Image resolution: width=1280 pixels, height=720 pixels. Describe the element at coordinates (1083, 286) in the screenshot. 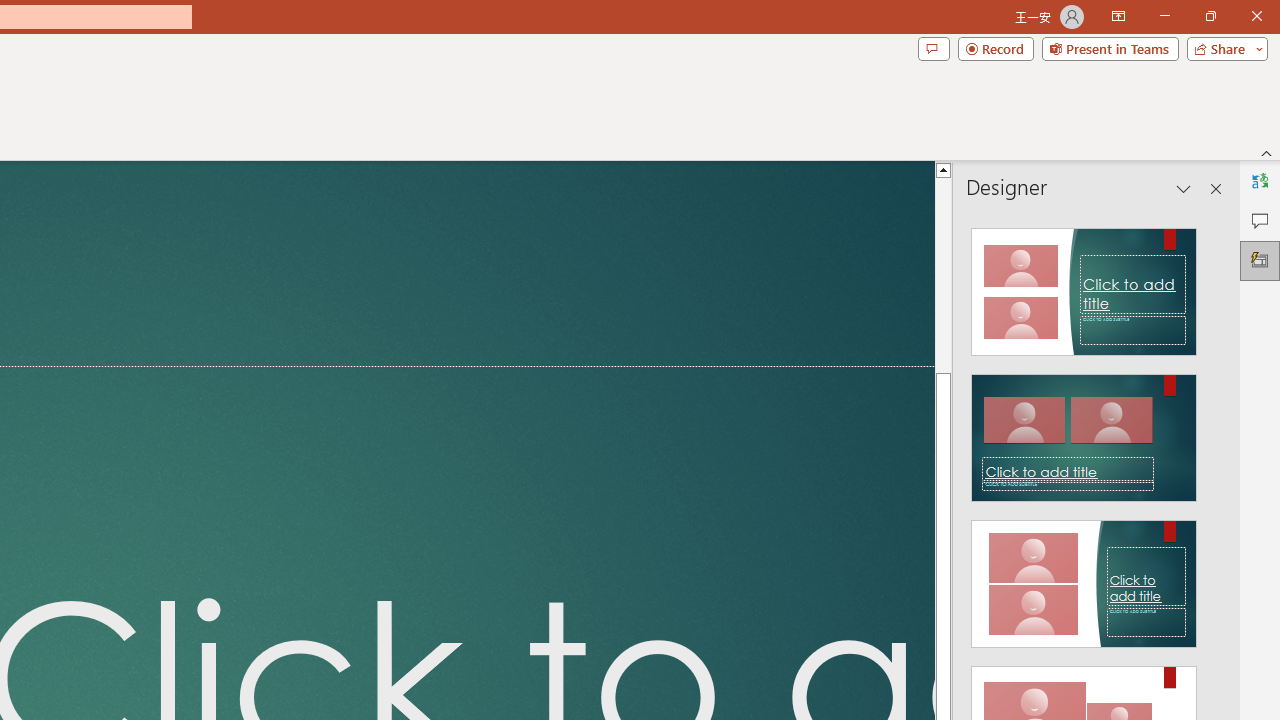

I see `'Recommended Design: Design Idea'` at that location.